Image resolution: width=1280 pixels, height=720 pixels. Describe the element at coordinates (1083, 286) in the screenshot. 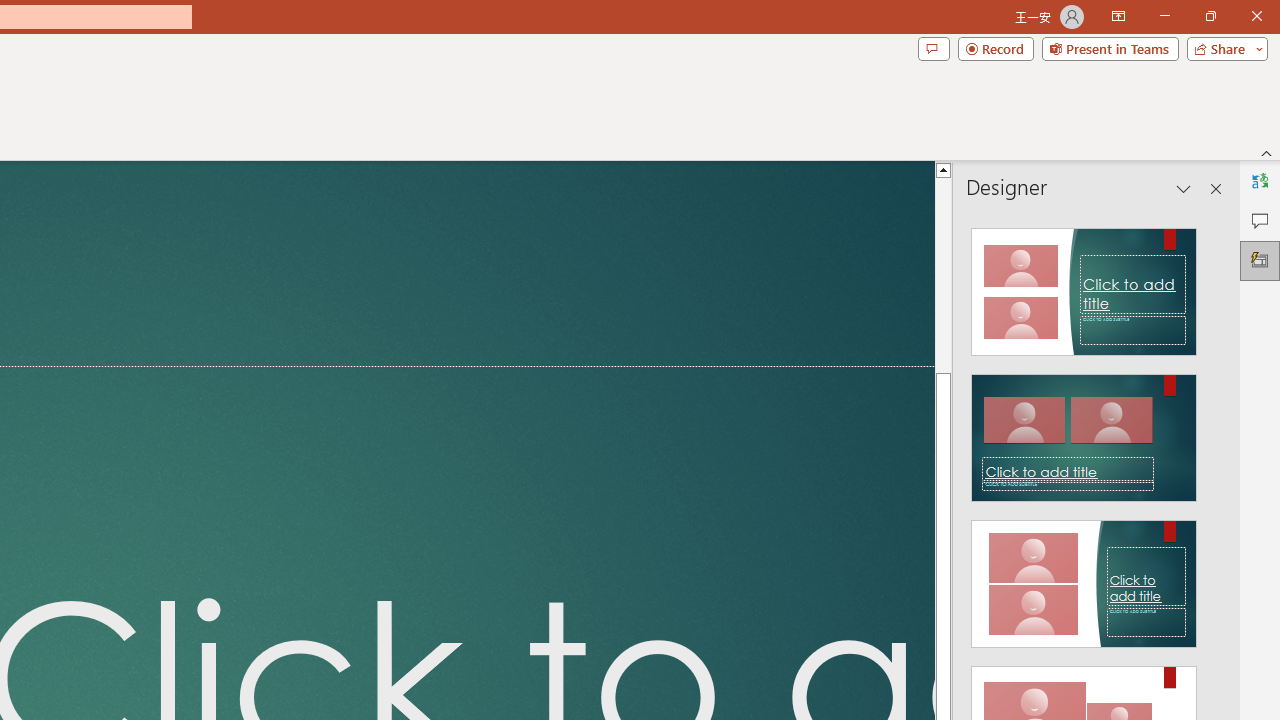

I see `'Recommended Design: Design Idea'` at that location.